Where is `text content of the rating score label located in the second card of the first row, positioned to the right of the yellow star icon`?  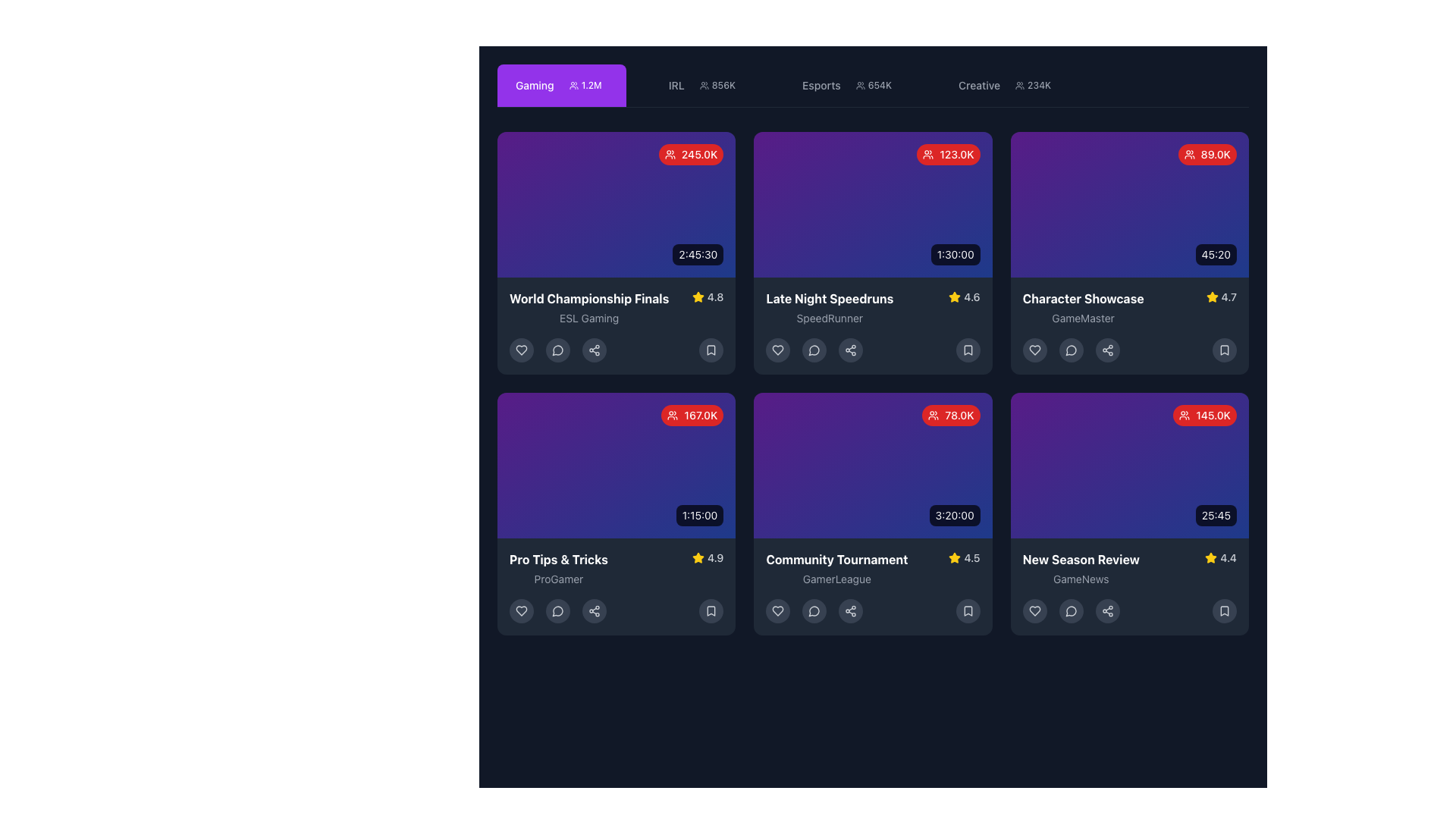 text content of the rating score label located in the second card of the first row, positioned to the right of the yellow star icon is located at coordinates (971, 297).